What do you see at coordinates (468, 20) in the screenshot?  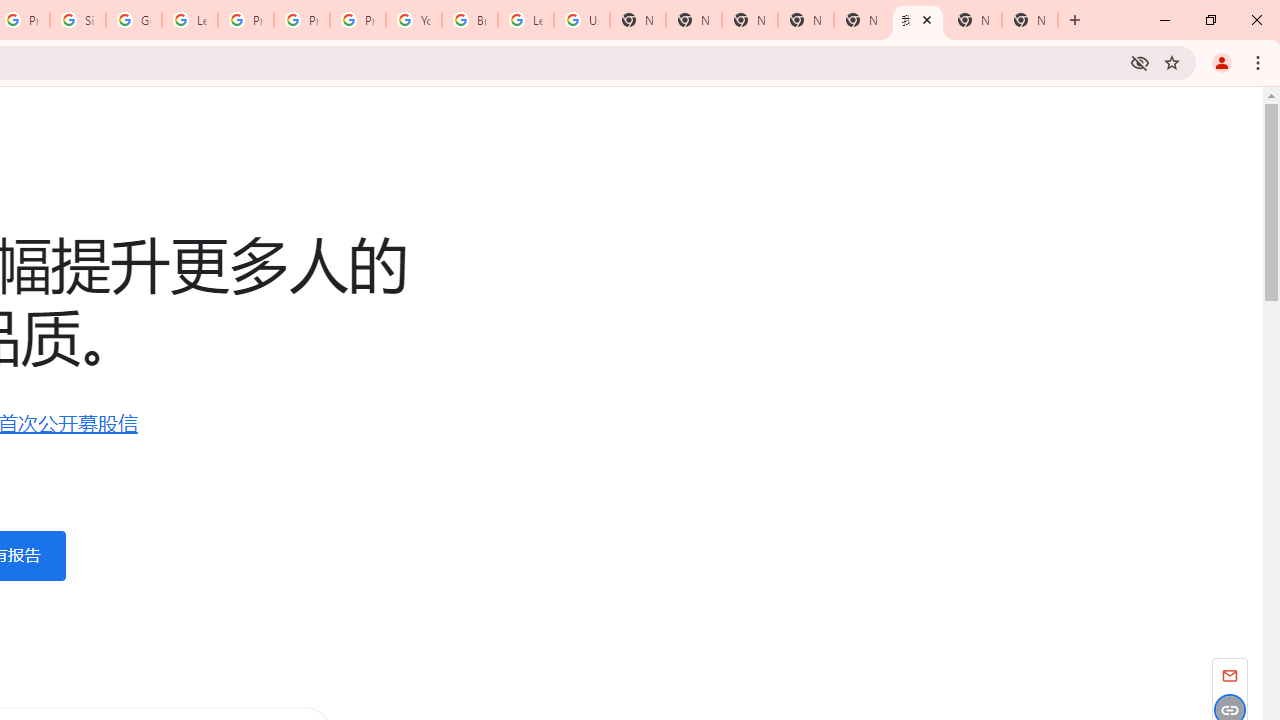 I see `'Browse Chrome as a guest - Computer - Google Chrome Help'` at bounding box center [468, 20].